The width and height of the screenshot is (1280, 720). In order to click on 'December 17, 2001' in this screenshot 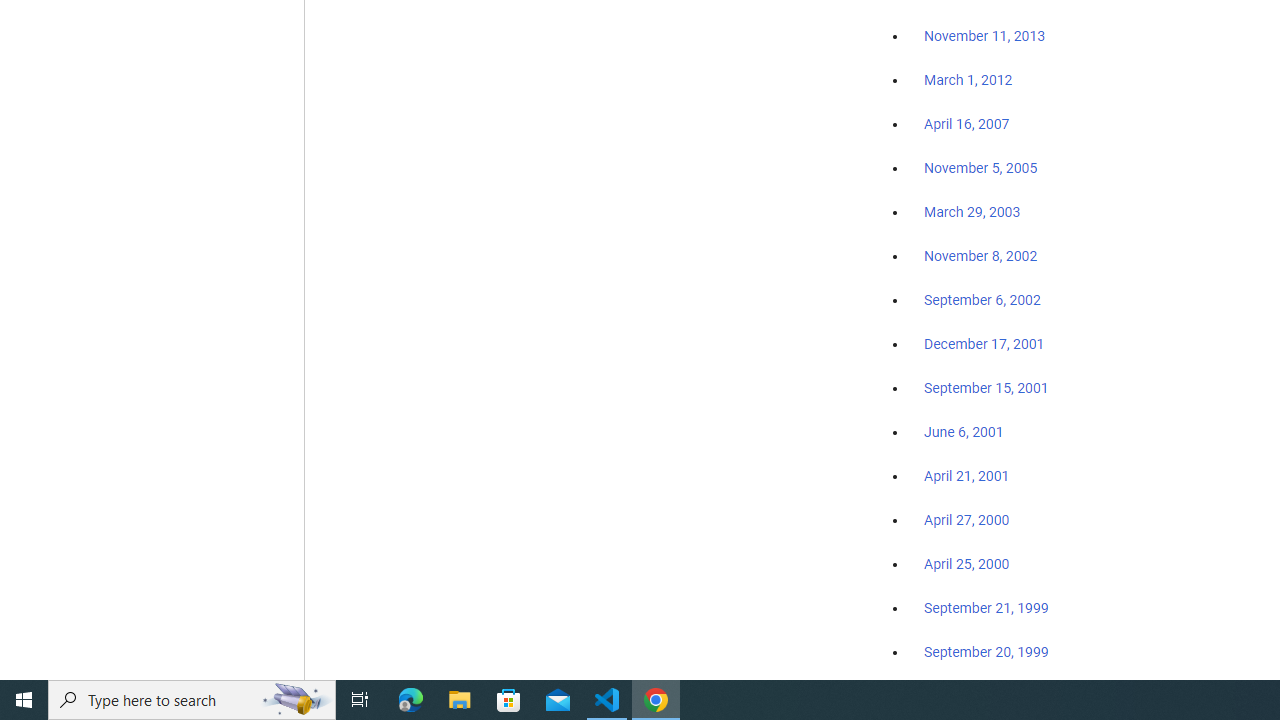, I will do `click(984, 342)`.